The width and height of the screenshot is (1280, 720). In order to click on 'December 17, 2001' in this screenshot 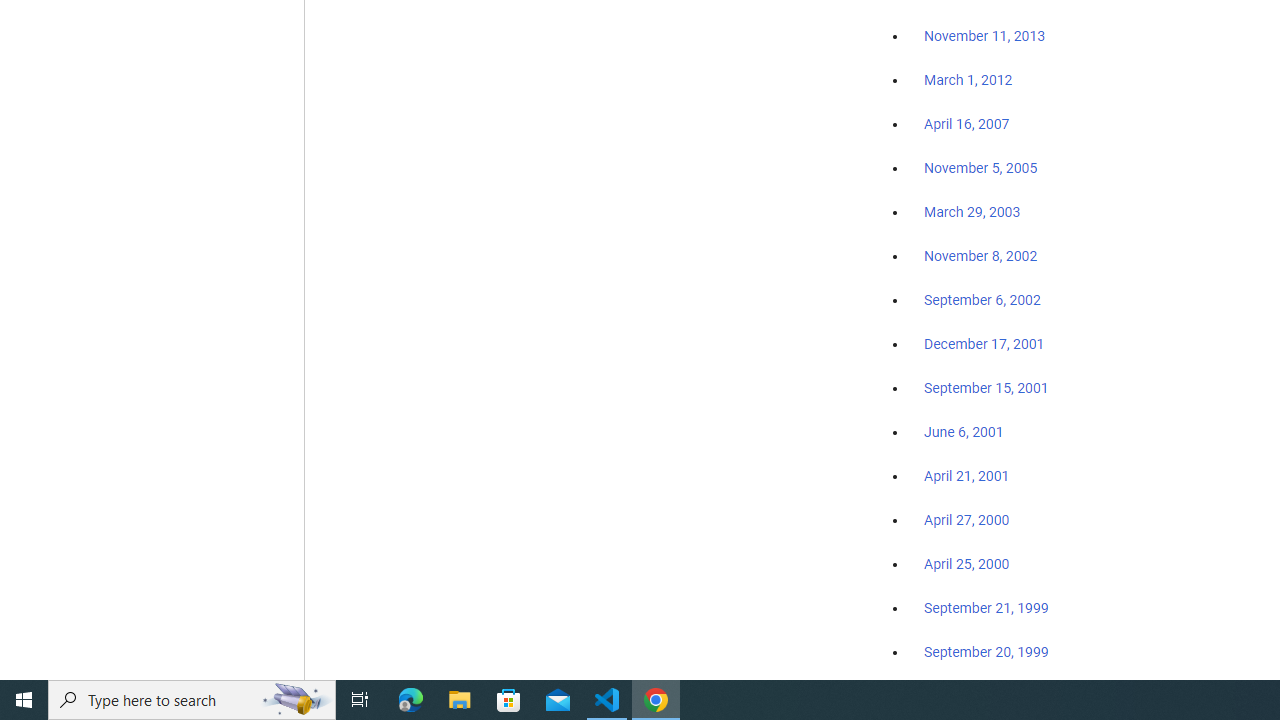, I will do `click(984, 342)`.